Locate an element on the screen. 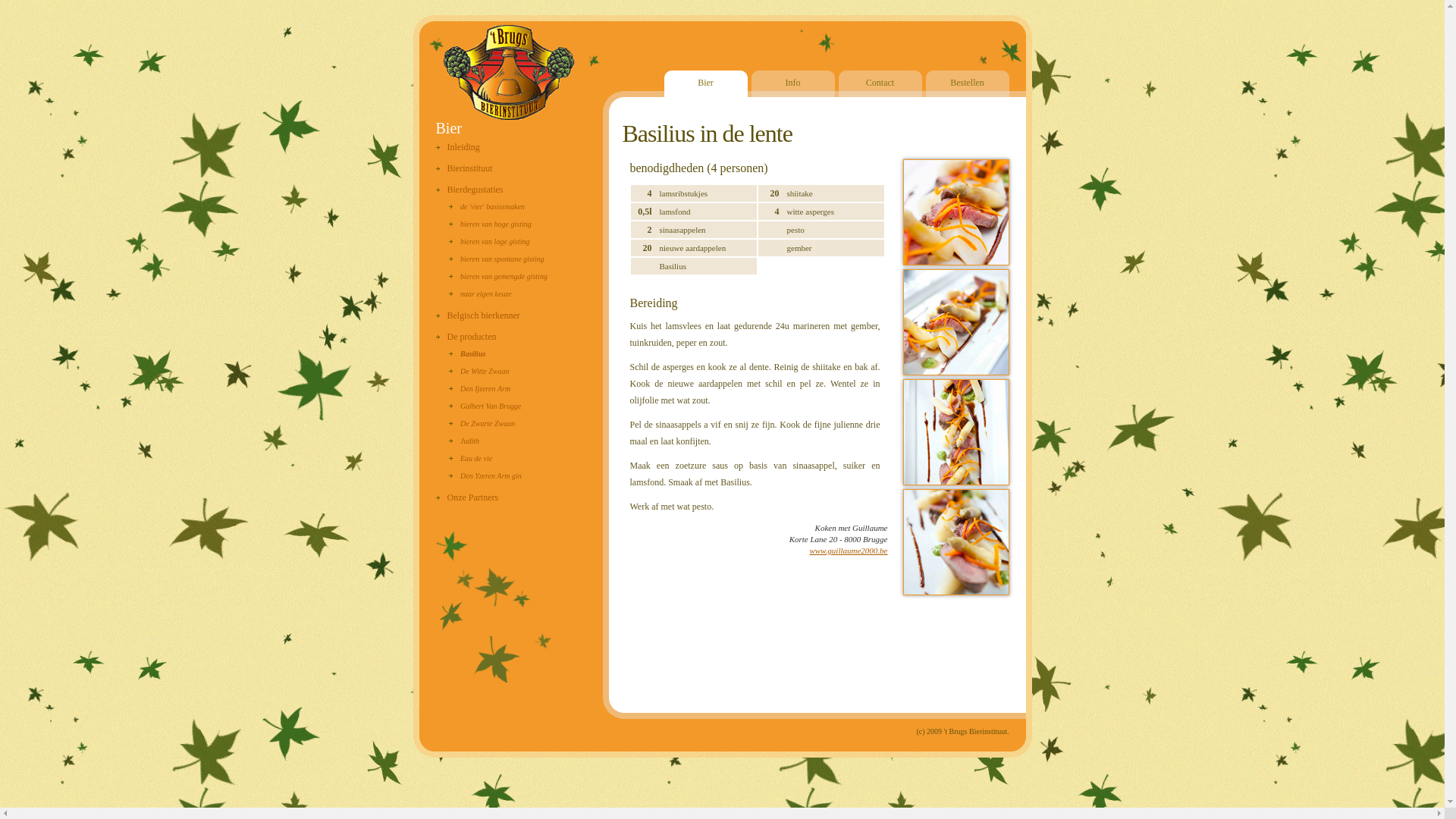  'bieren van lage gisting' is located at coordinates (489, 240).